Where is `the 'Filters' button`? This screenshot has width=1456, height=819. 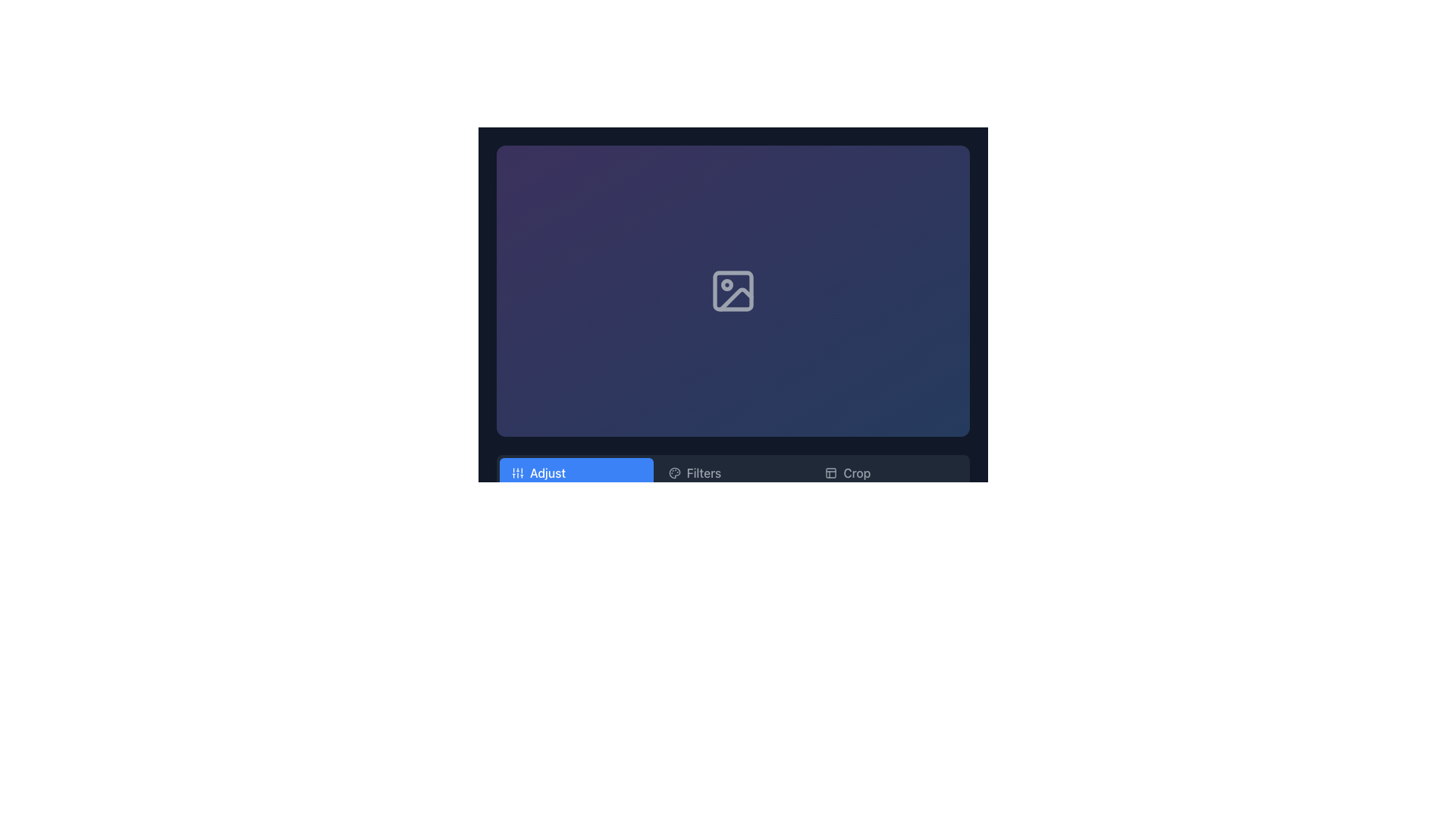 the 'Filters' button is located at coordinates (733, 472).